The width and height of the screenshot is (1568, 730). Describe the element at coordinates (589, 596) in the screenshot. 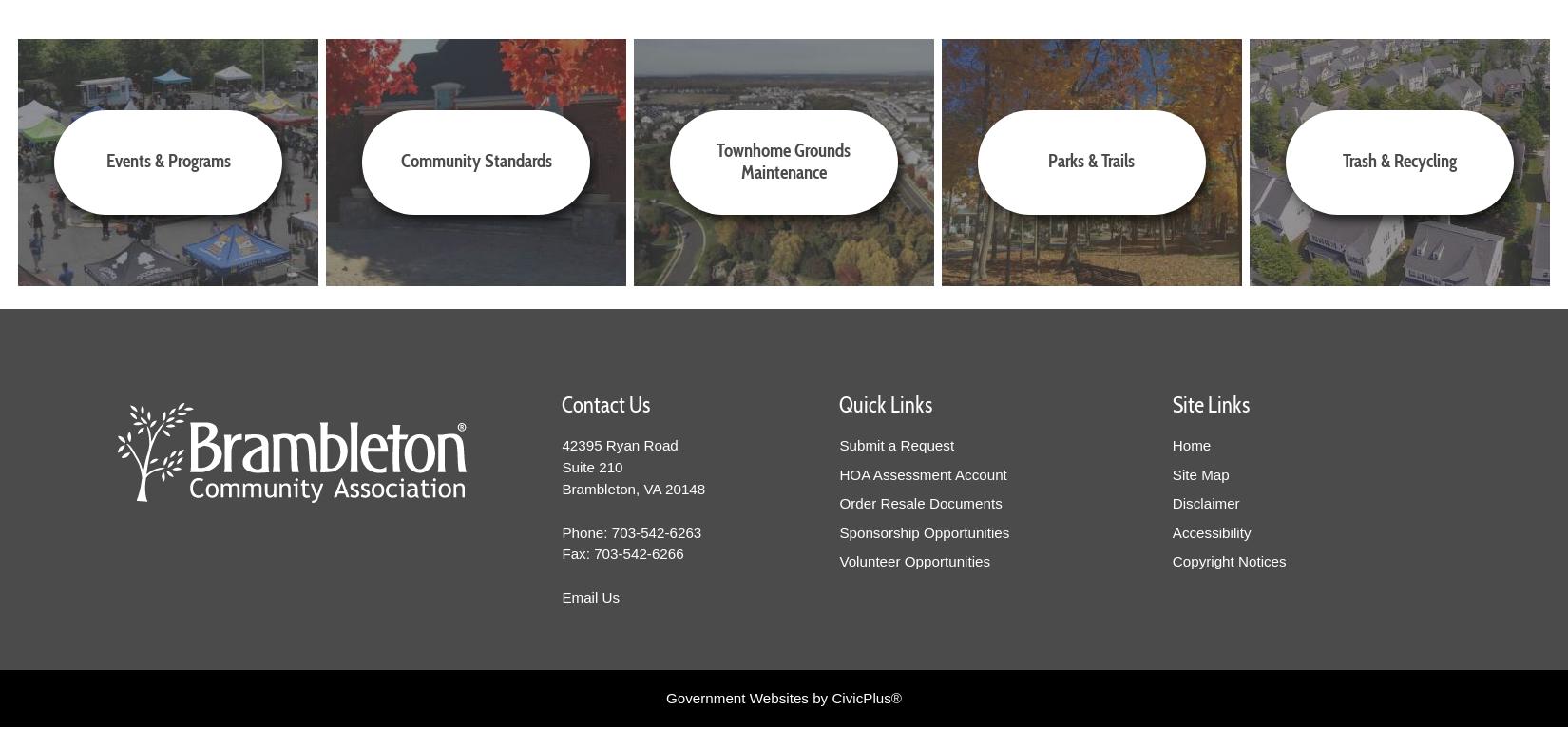

I see `'Email Us'` at that location.